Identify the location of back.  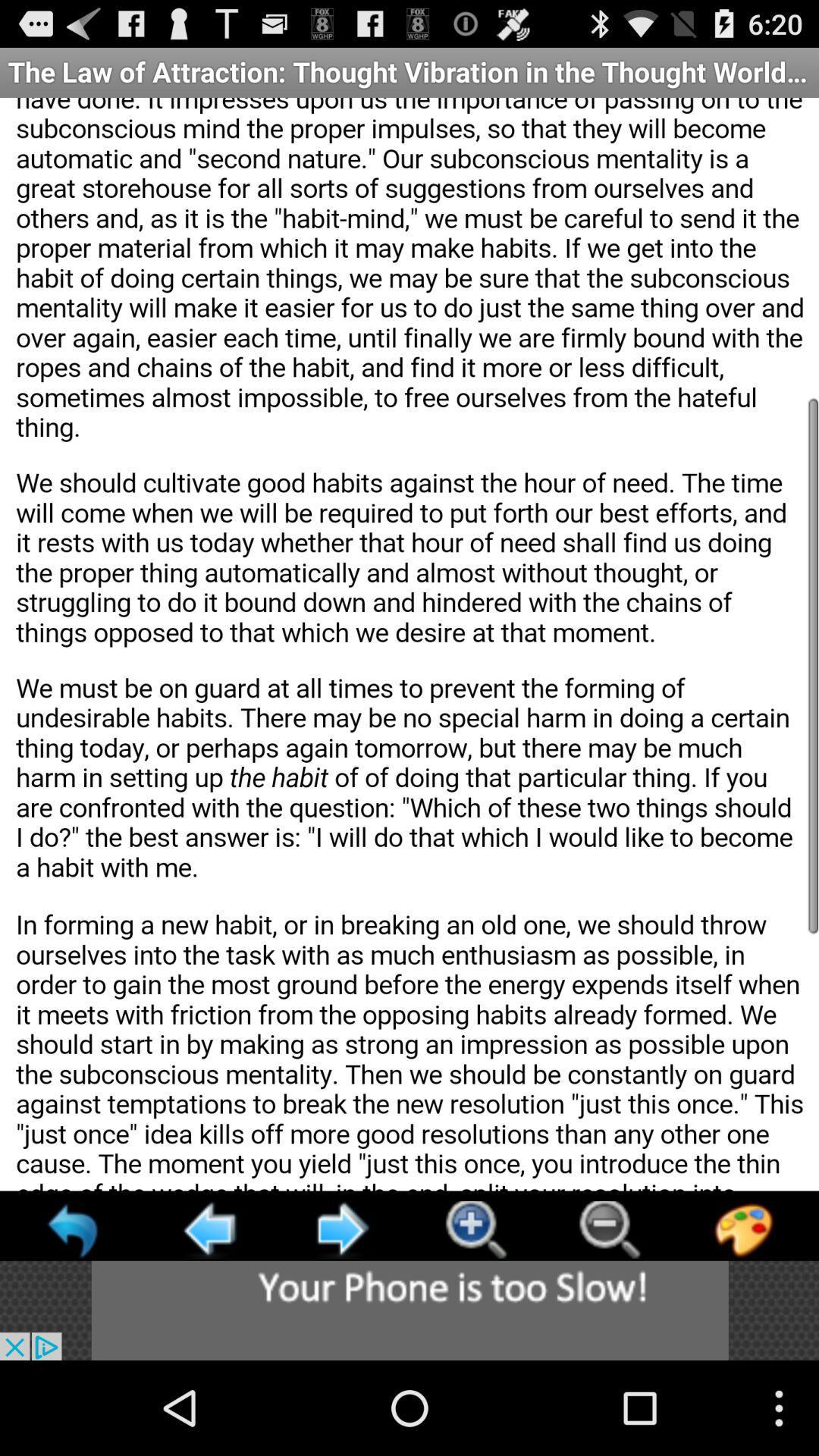
(342, 1229).